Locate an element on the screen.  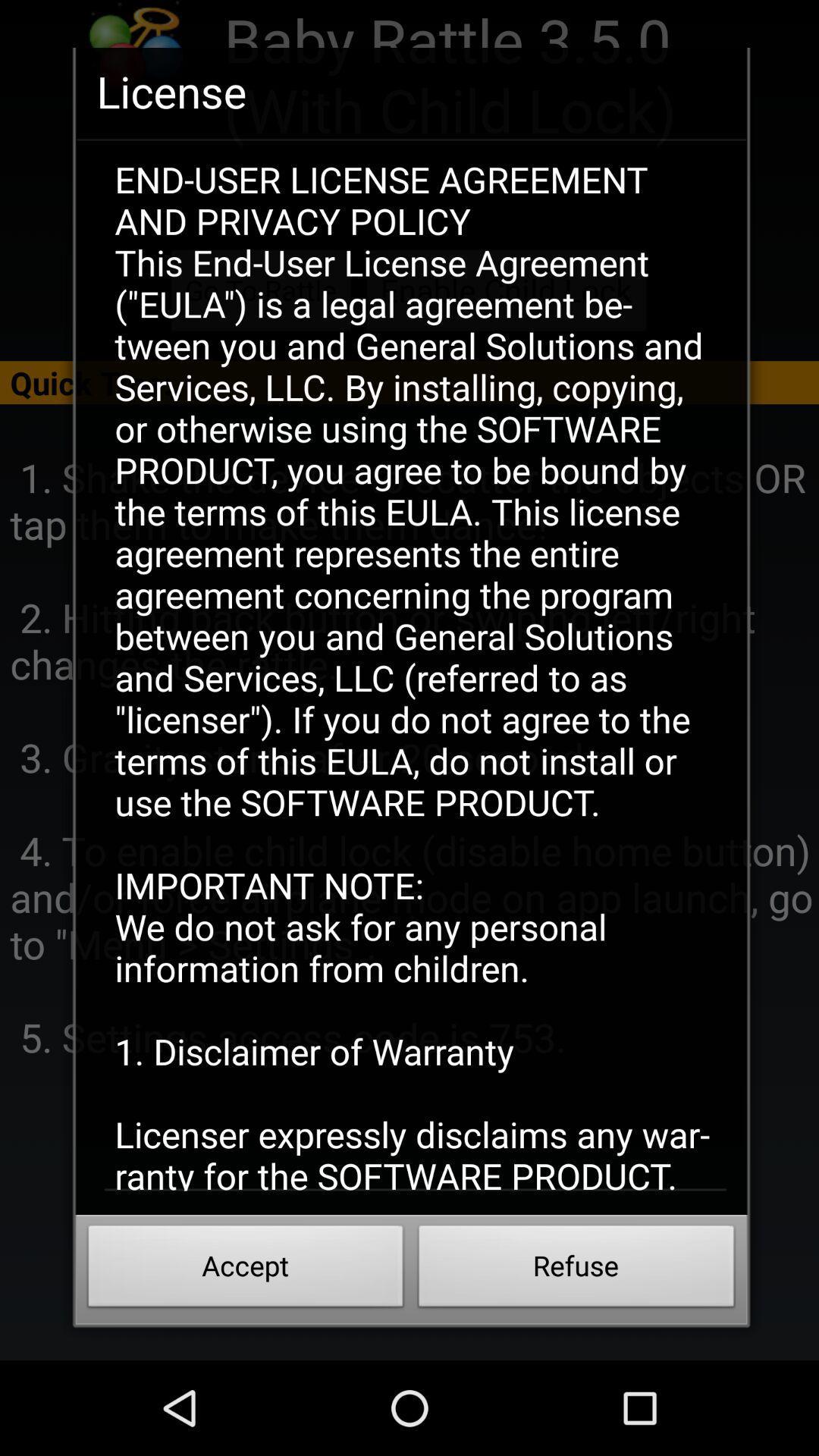
the accept item is located at coordinates (245, 1270).